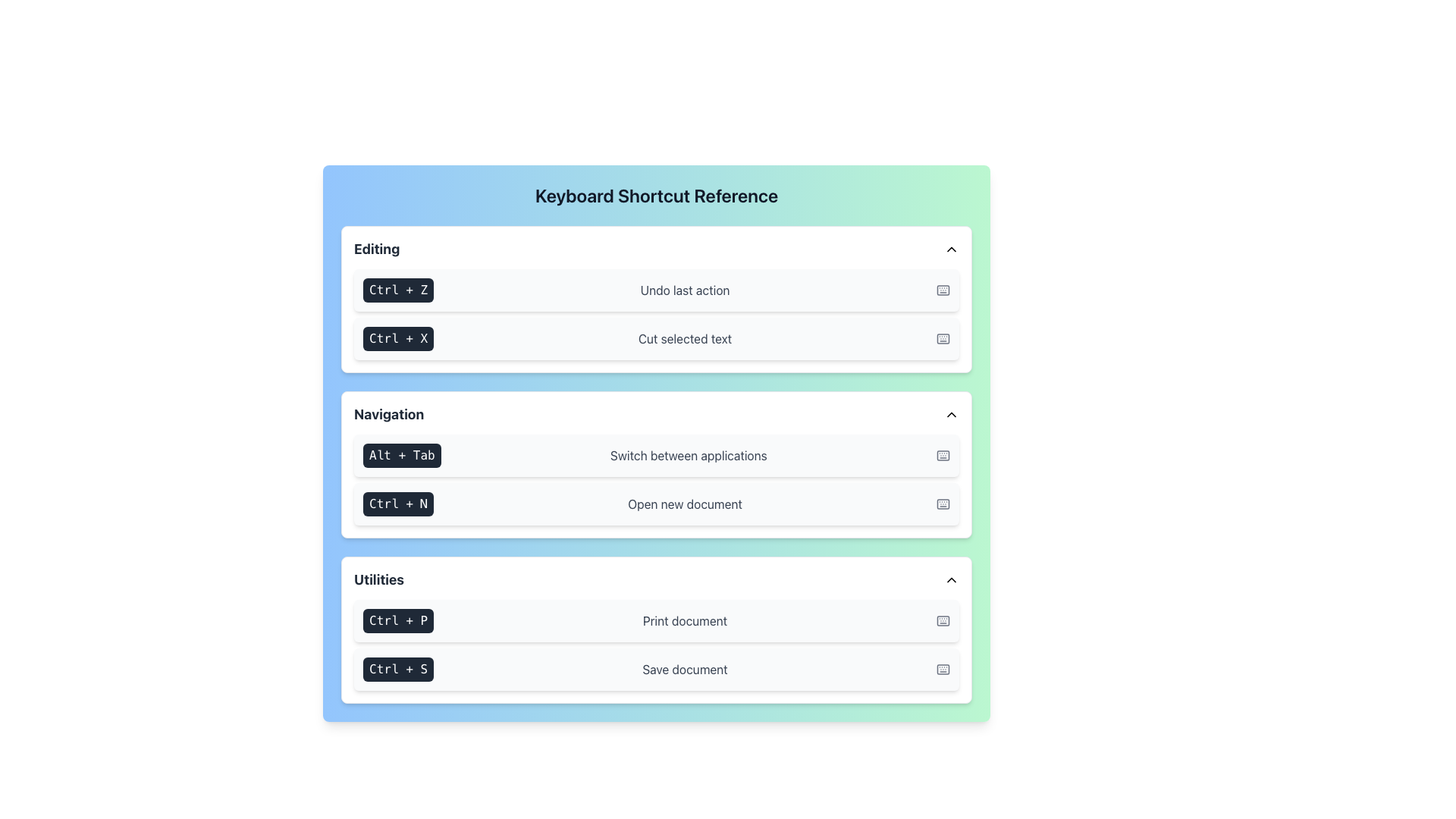 The width and height of the screenshot is (1456, 819). I want to click on the label indicating the keyboard shortcut (Ctrl + N) for opening a new document, located in the 'Navigation' section under 'Open new document.', so click(398, 504).